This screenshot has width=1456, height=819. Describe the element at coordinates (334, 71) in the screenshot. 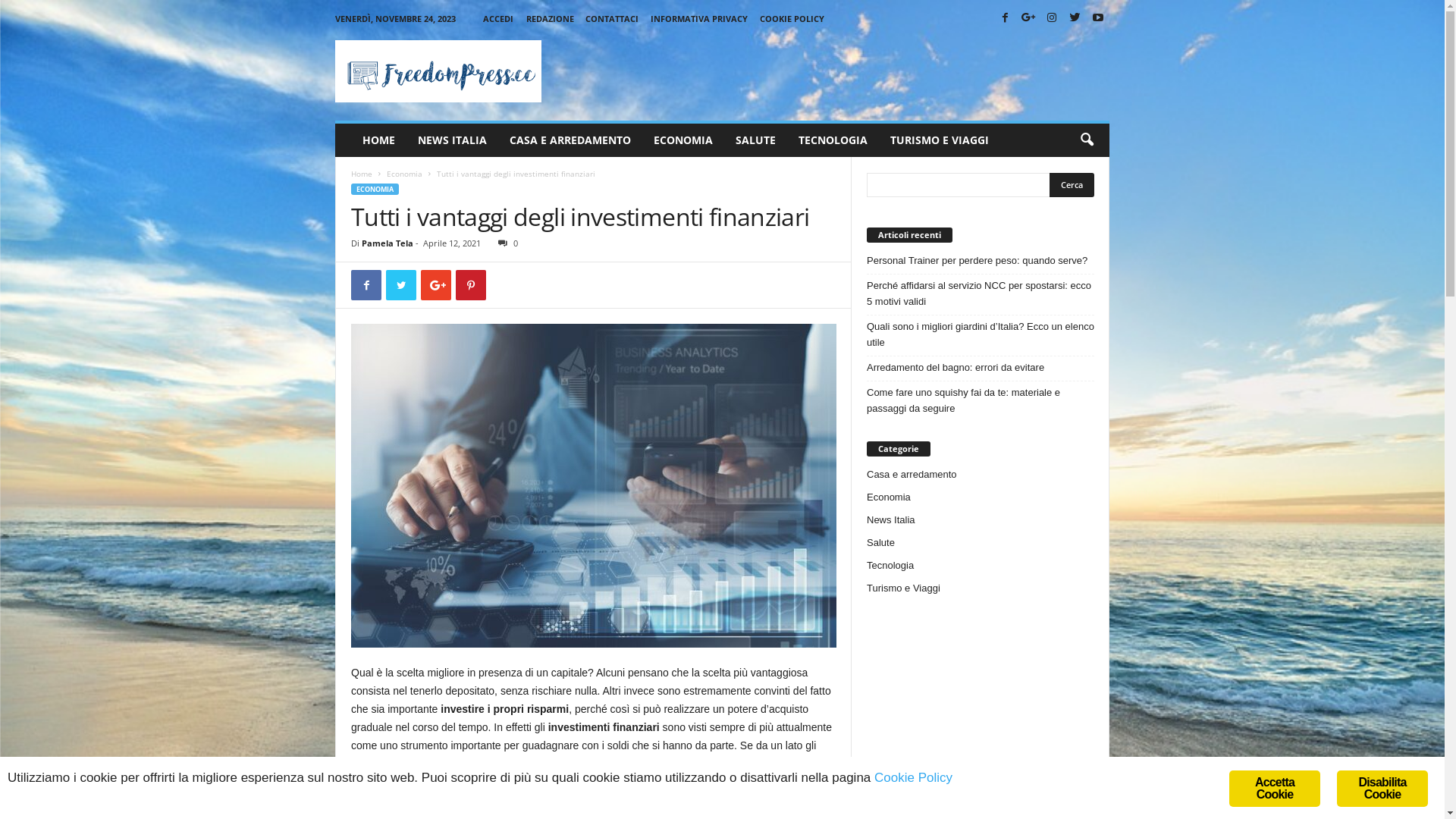

I see `'Freedom Press'` at that location.